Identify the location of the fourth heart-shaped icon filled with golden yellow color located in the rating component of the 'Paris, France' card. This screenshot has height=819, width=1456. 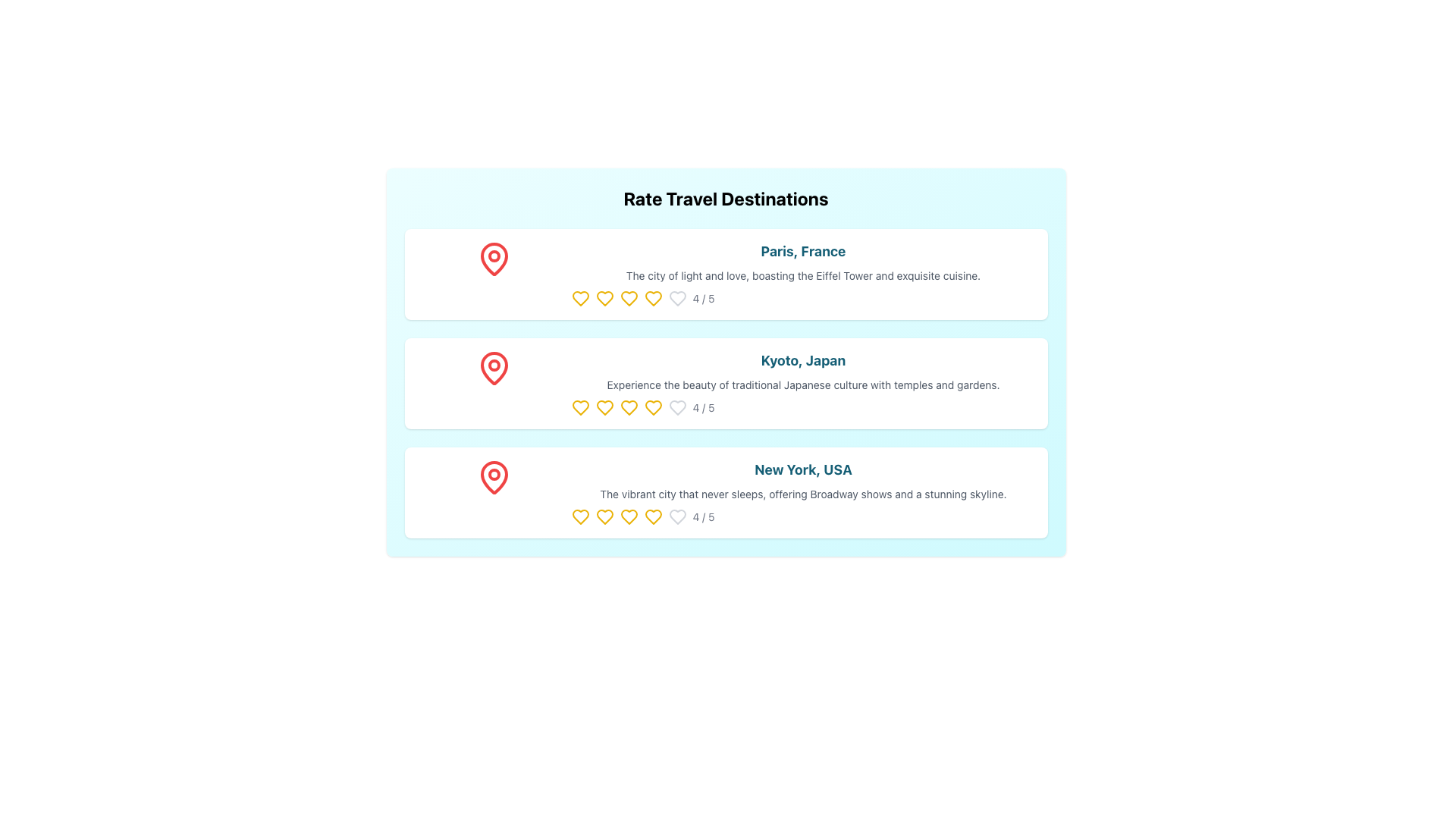
(653, 298).